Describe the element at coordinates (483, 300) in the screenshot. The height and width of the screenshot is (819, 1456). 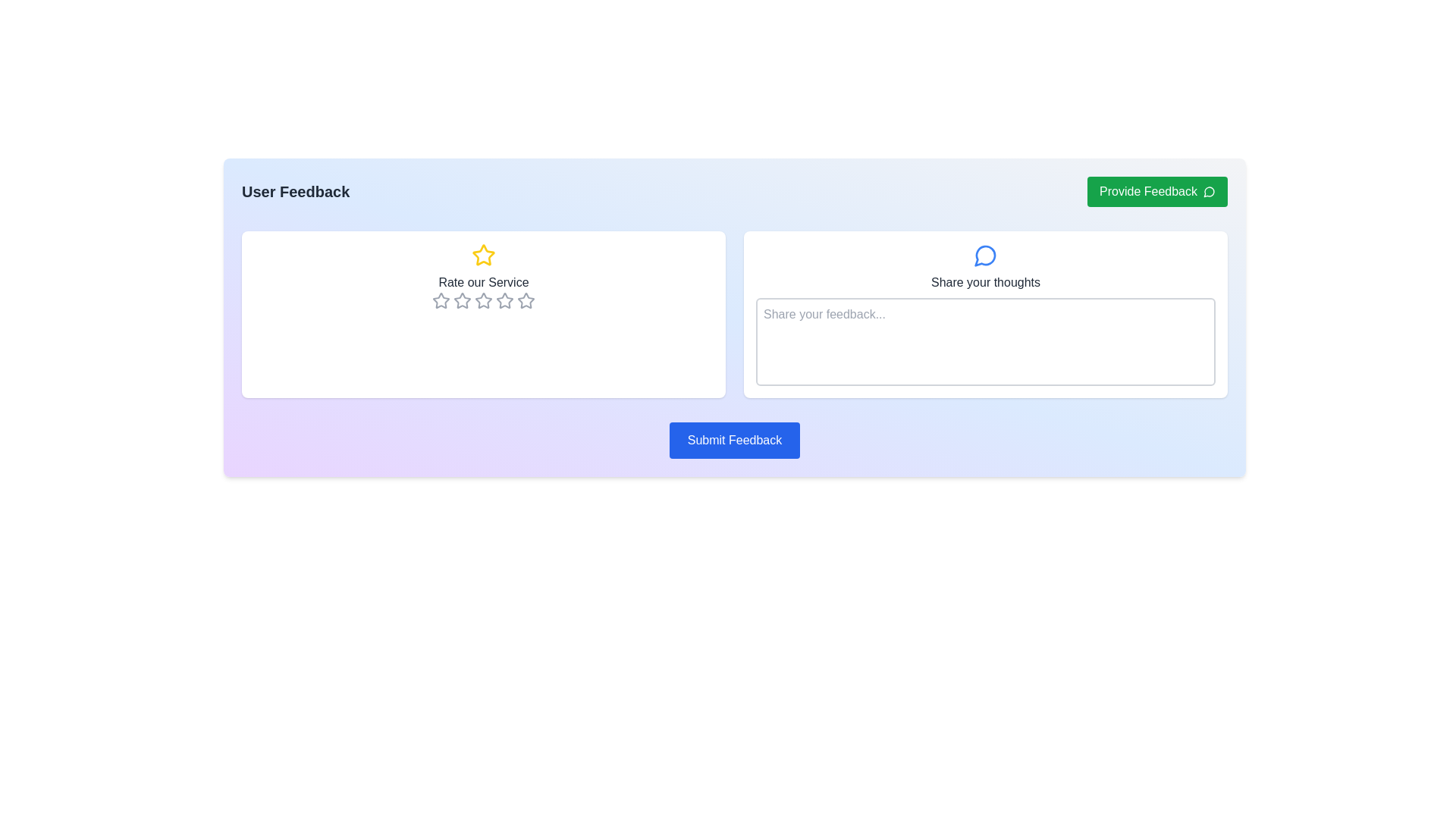
I see `the second star icon from the left in the 'Rate our Service' feature` at that location.